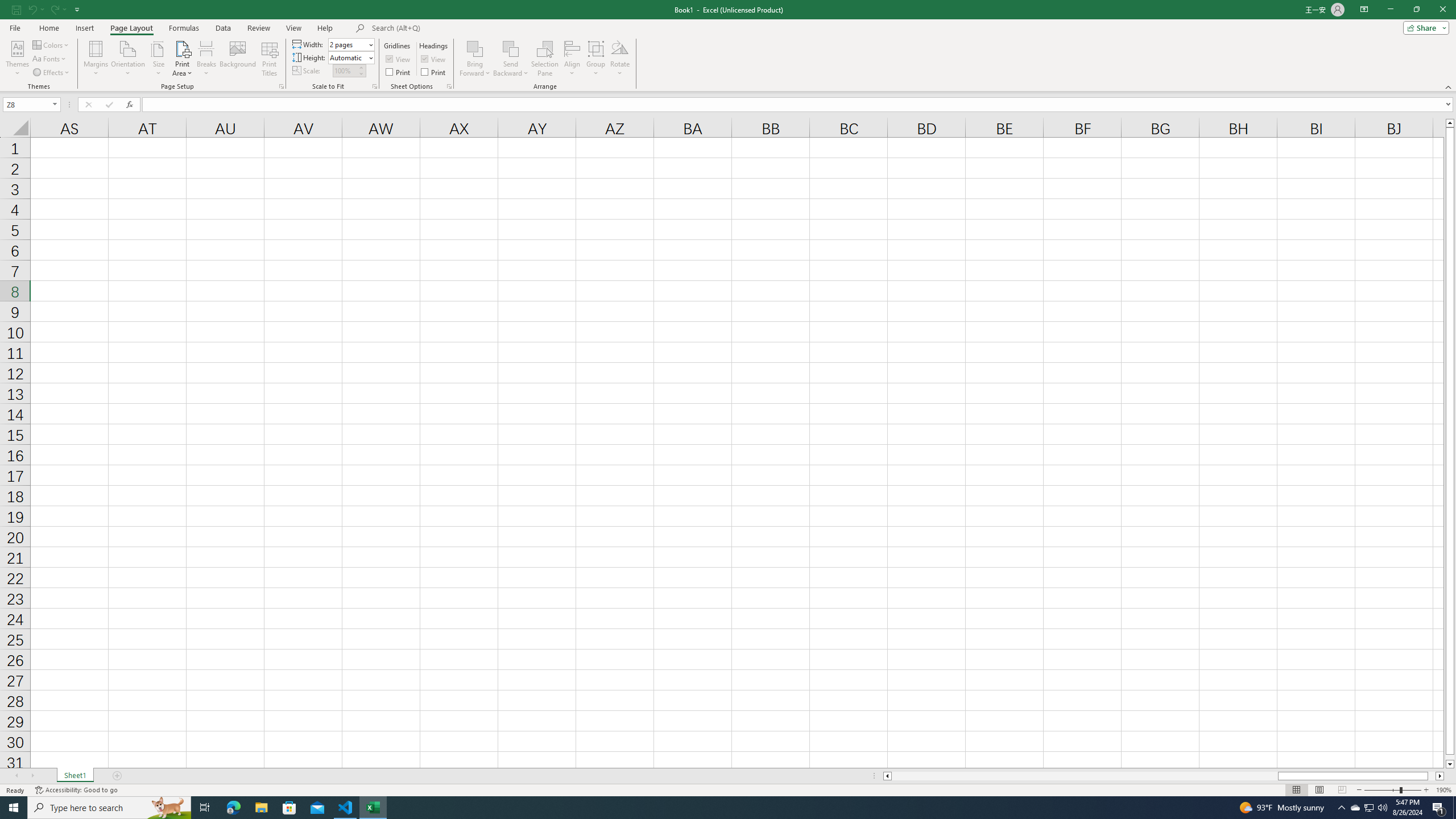  What do you see at coordinates (510, 59) in the screenshot?
I see `'Send Backward'` at bounding box center [510, 59].